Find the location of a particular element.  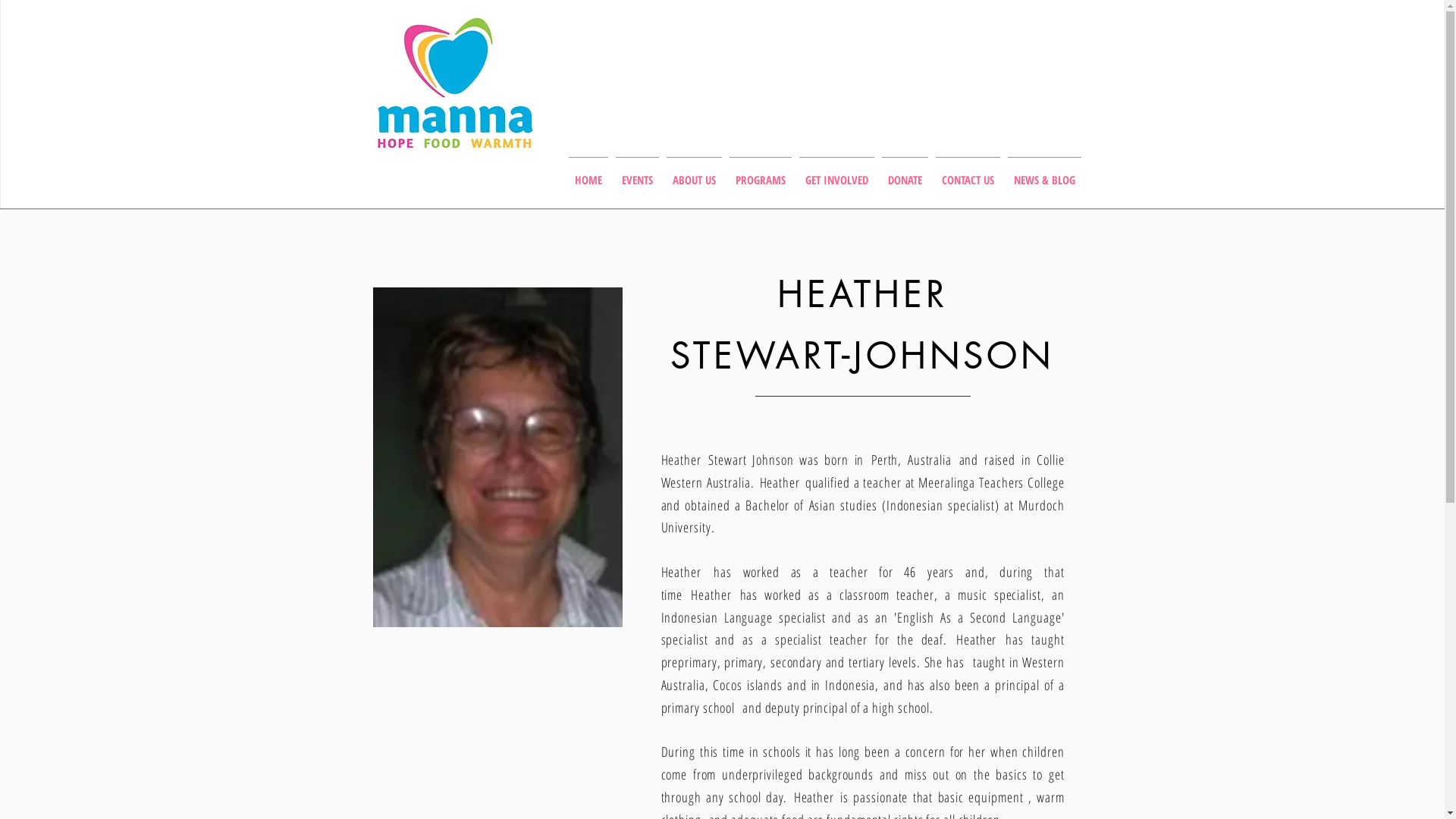

'DONATE' is located at coordinates (877, 171).